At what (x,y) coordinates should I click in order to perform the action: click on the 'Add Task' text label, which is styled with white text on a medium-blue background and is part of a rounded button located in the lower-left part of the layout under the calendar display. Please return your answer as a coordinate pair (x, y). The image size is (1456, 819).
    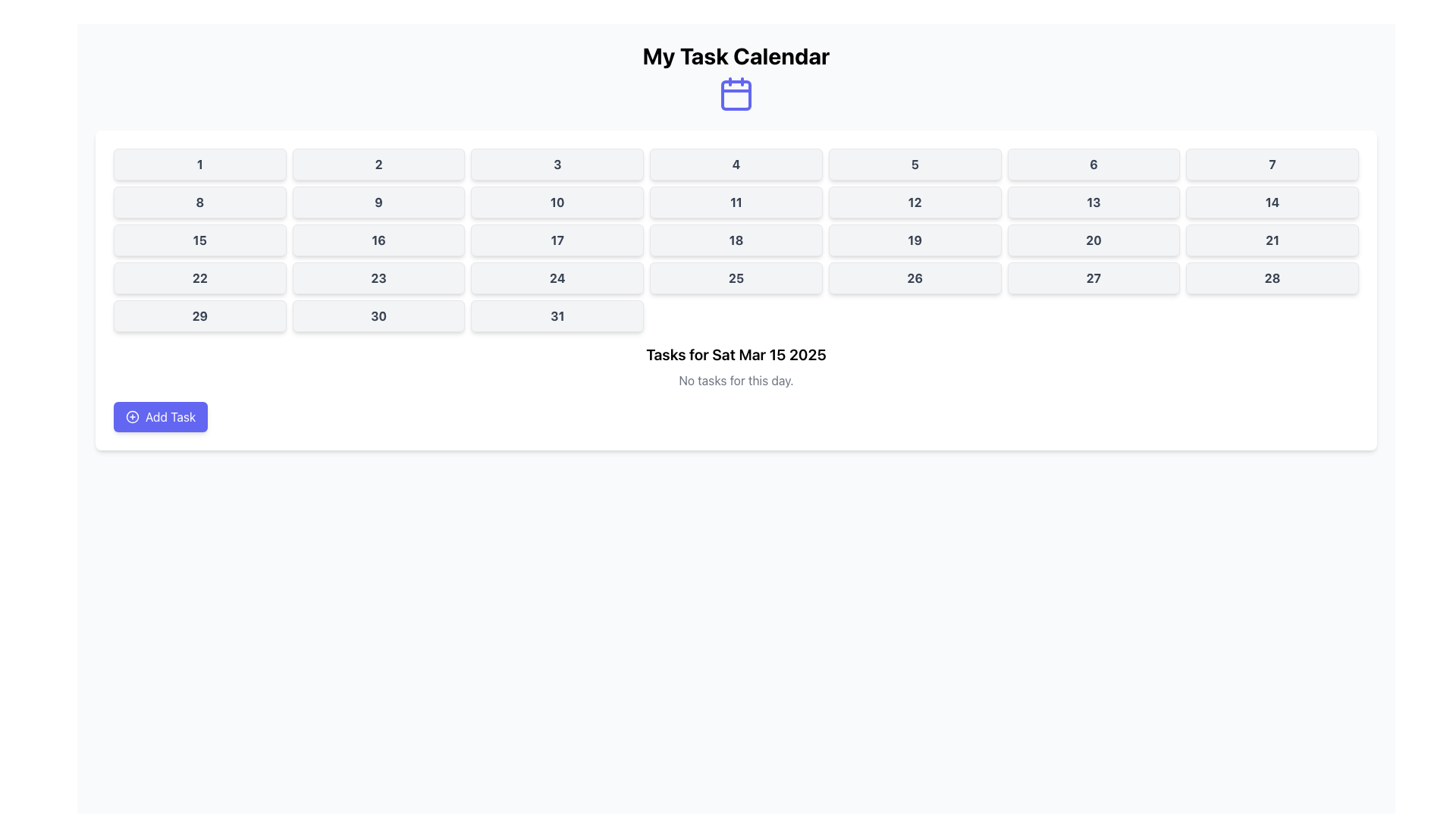
    Looking at the image, I should click on (171, 417).